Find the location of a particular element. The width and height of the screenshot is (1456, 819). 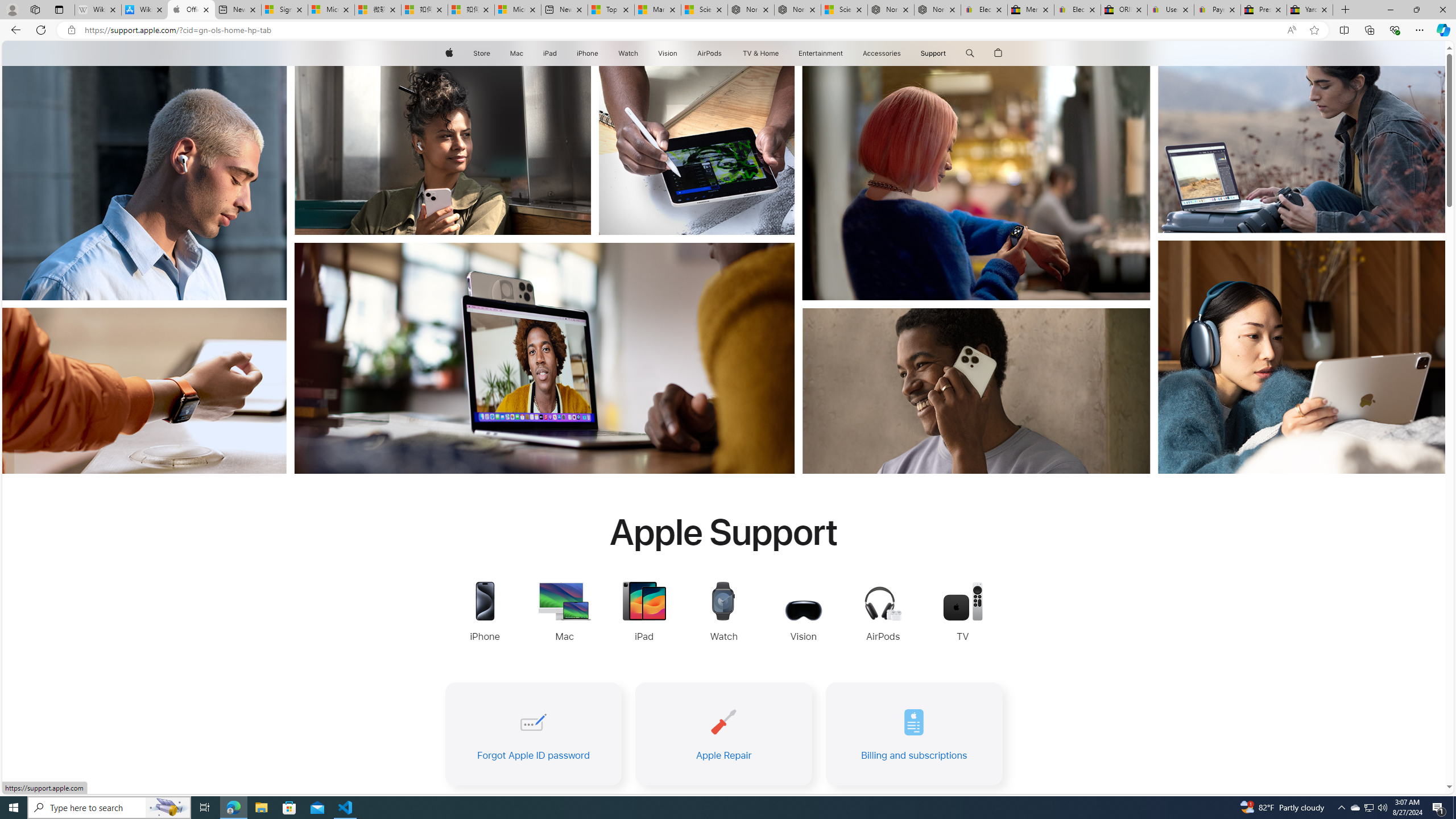

'Apple' is located at coordinates (448, 53).